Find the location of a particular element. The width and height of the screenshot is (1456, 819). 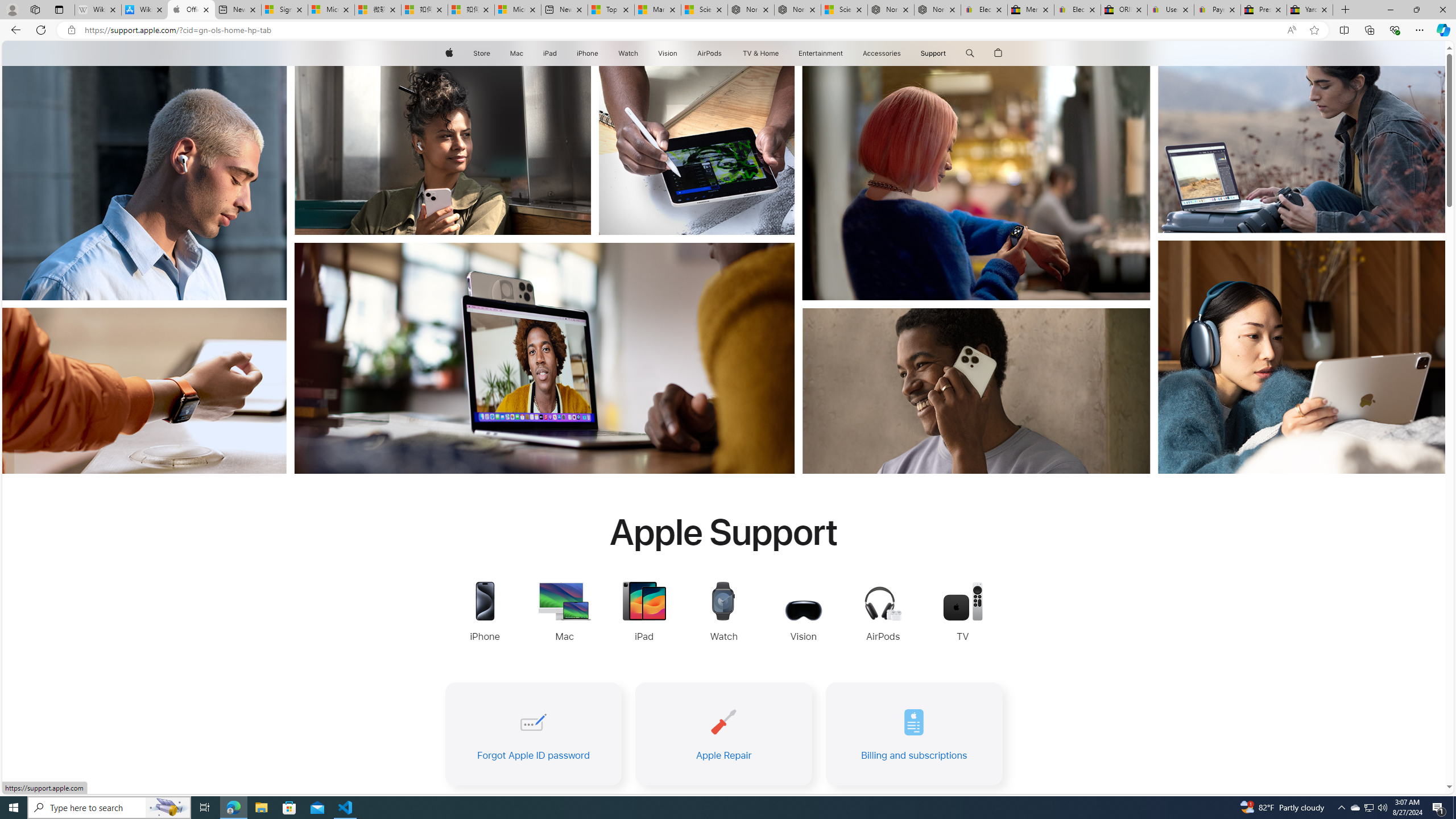

'Apple' is located at coordinates (448, 53).